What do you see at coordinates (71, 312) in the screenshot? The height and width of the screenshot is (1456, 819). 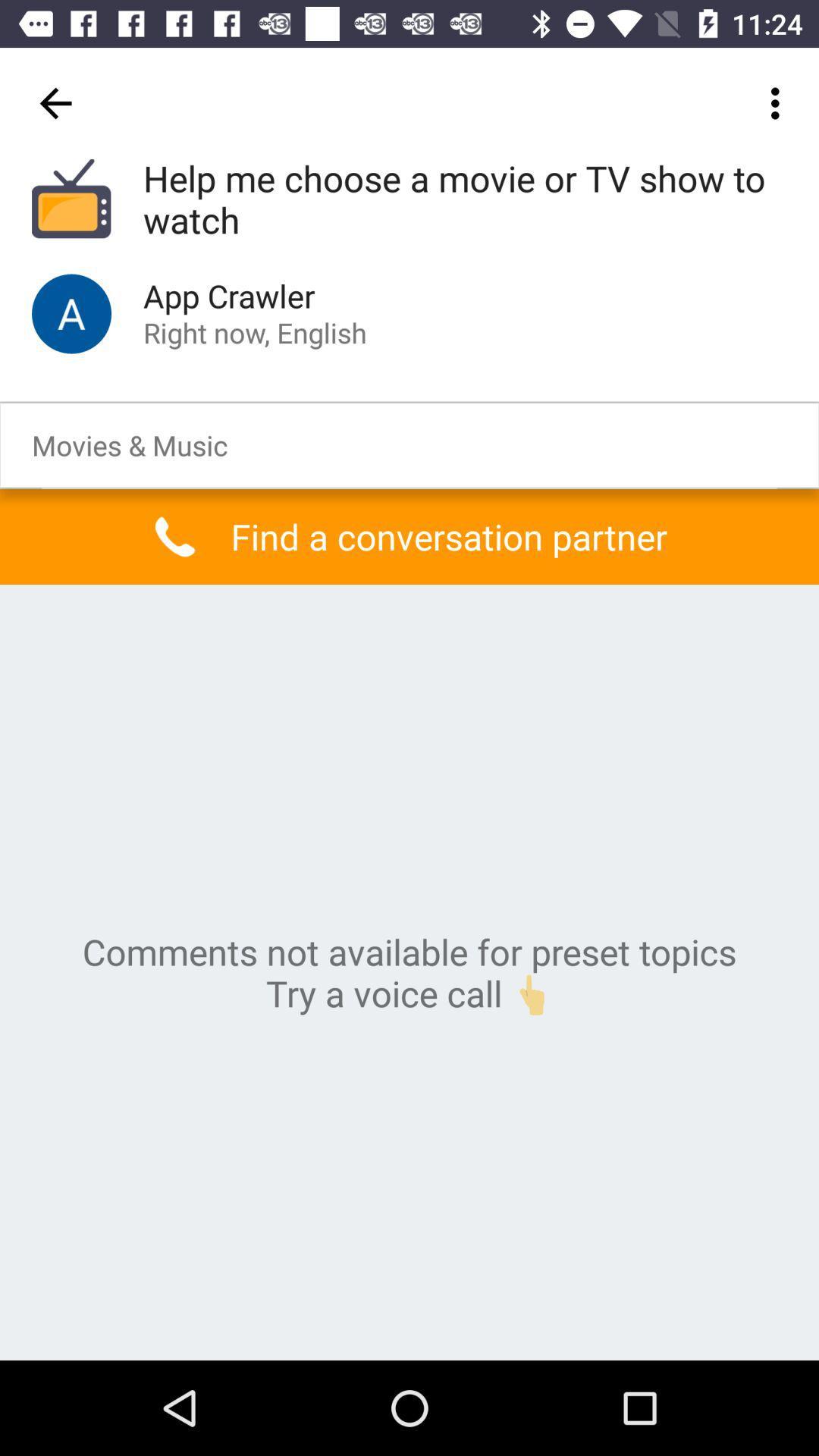 I see `open app crawler` at bounding box center [71, 312].